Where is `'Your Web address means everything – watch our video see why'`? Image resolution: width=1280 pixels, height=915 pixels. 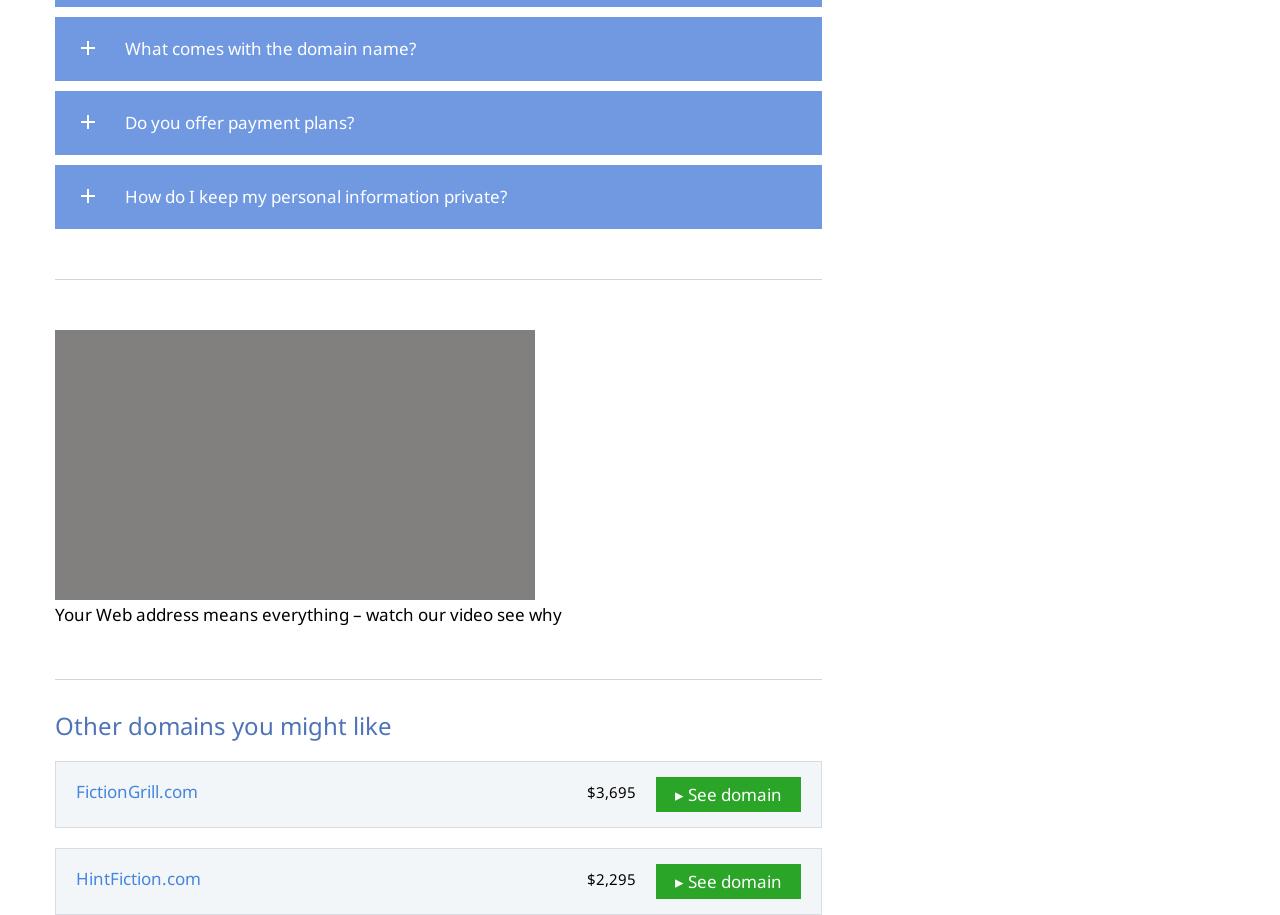
'Your Web address means everything – watch our video see why' is located at coordinates (307, 613).